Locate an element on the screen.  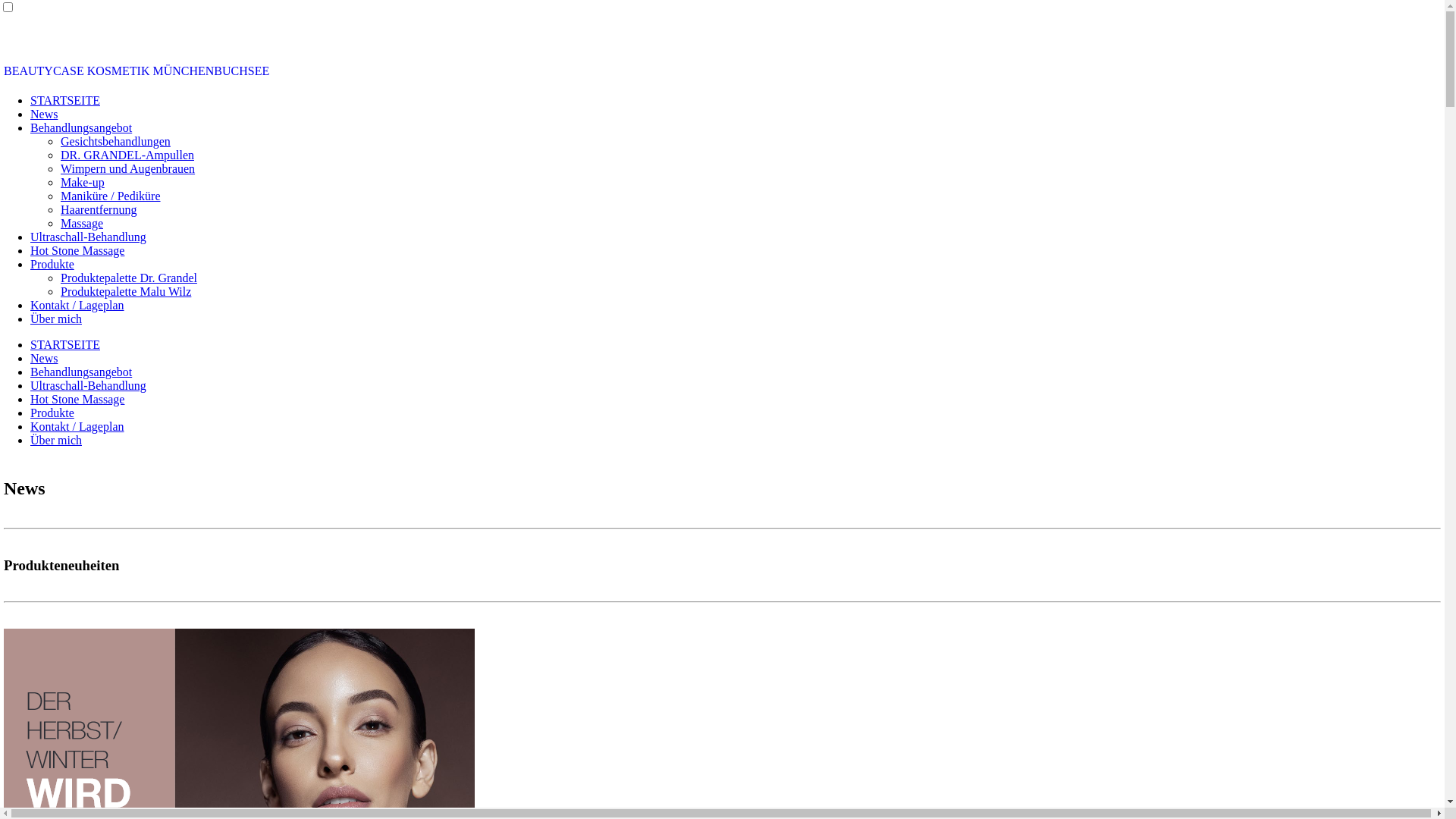
'Ultraschall-Behandlung' is located at coordinates (30, 384).